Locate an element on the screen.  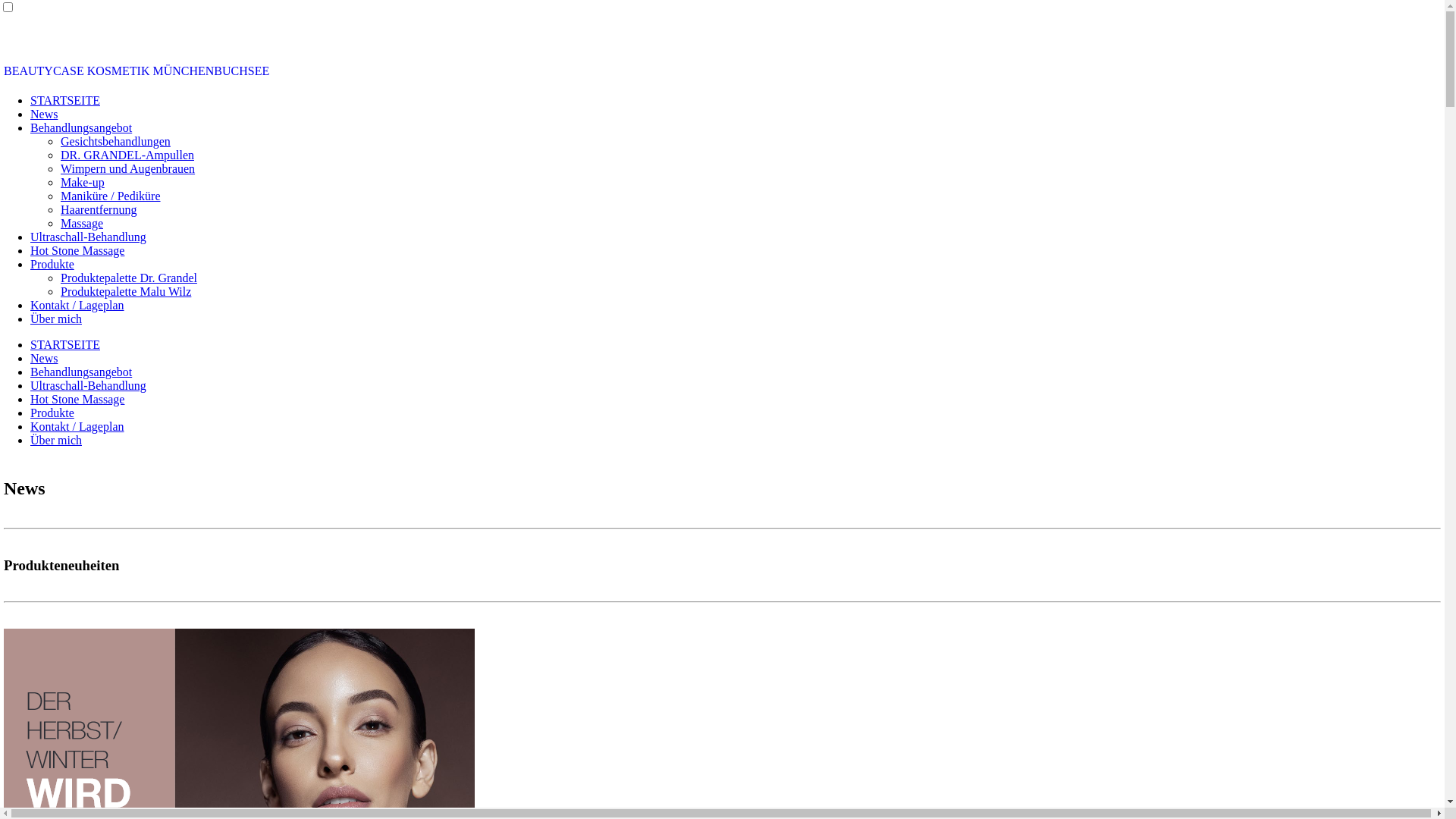
'Ultraschall-Behandlung' is located at coordinates (30, 384).